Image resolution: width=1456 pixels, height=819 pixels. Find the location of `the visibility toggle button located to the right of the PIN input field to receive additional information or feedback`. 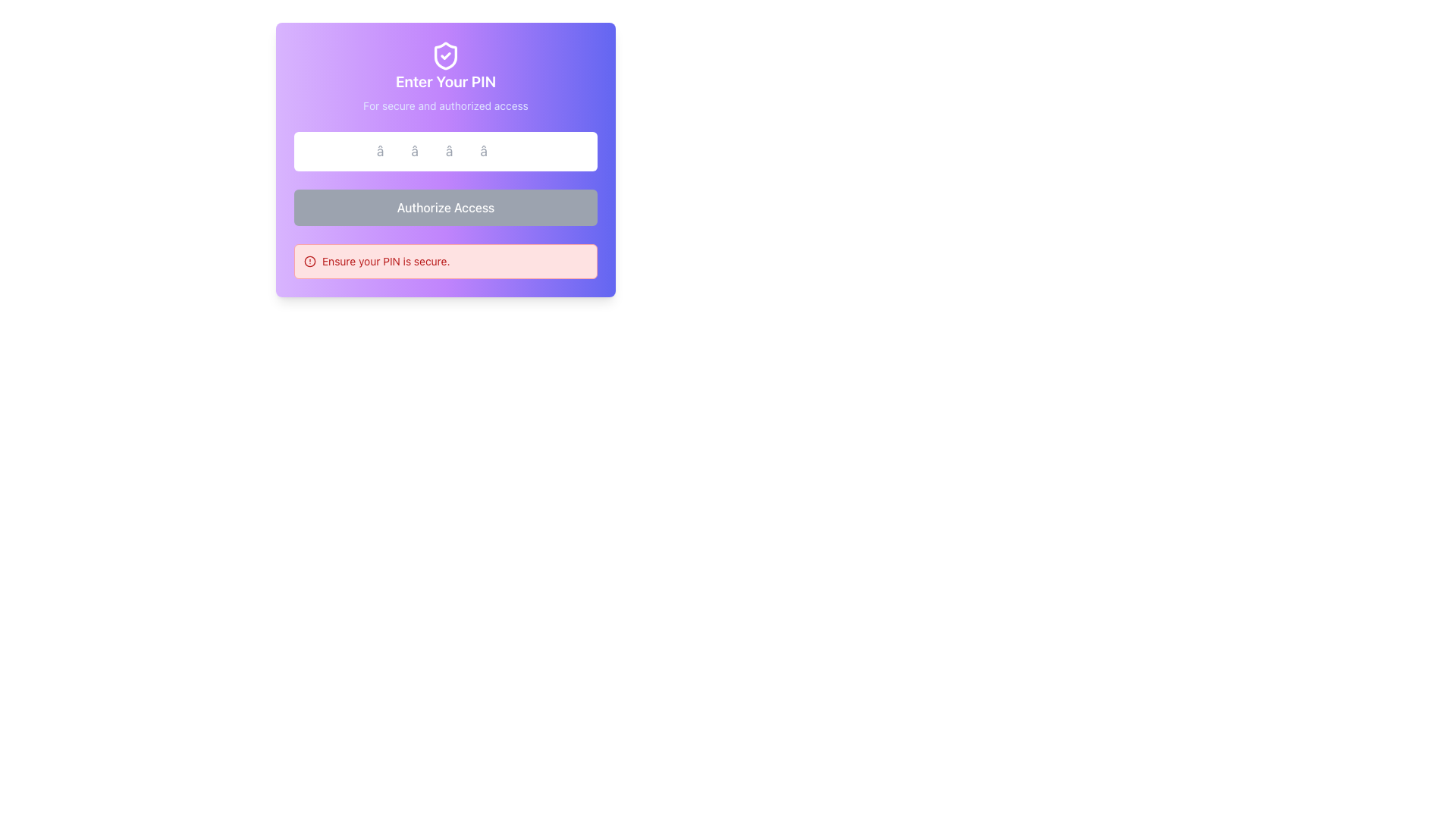

the visibility toggle button located to the right of the PIN input field to receive additional information or feedback is located at coordinates (580, 152).